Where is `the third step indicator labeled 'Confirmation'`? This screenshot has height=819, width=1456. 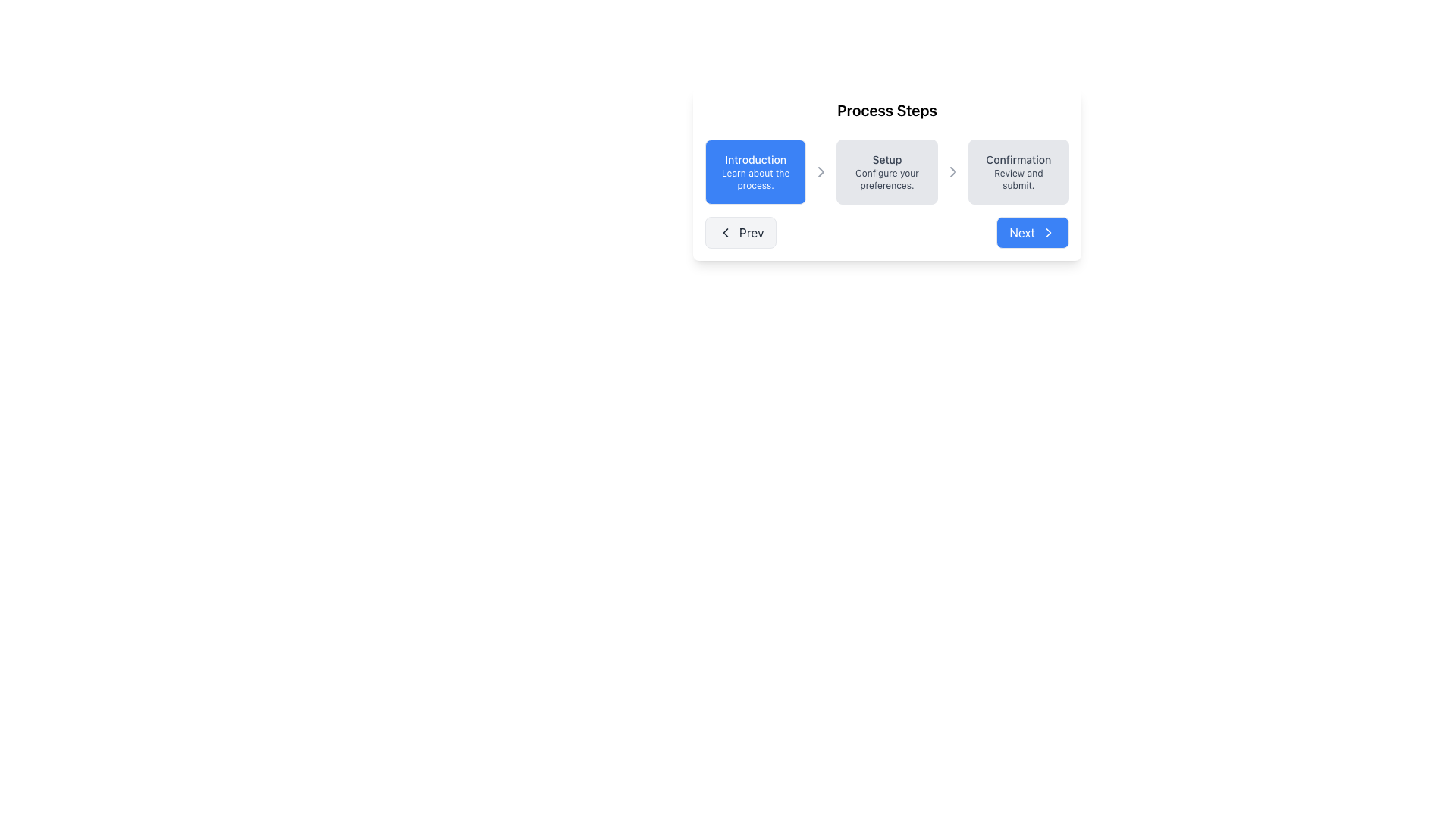 the third step indicator labeled 'Confirmation' is located at coordinates (1018, 171).